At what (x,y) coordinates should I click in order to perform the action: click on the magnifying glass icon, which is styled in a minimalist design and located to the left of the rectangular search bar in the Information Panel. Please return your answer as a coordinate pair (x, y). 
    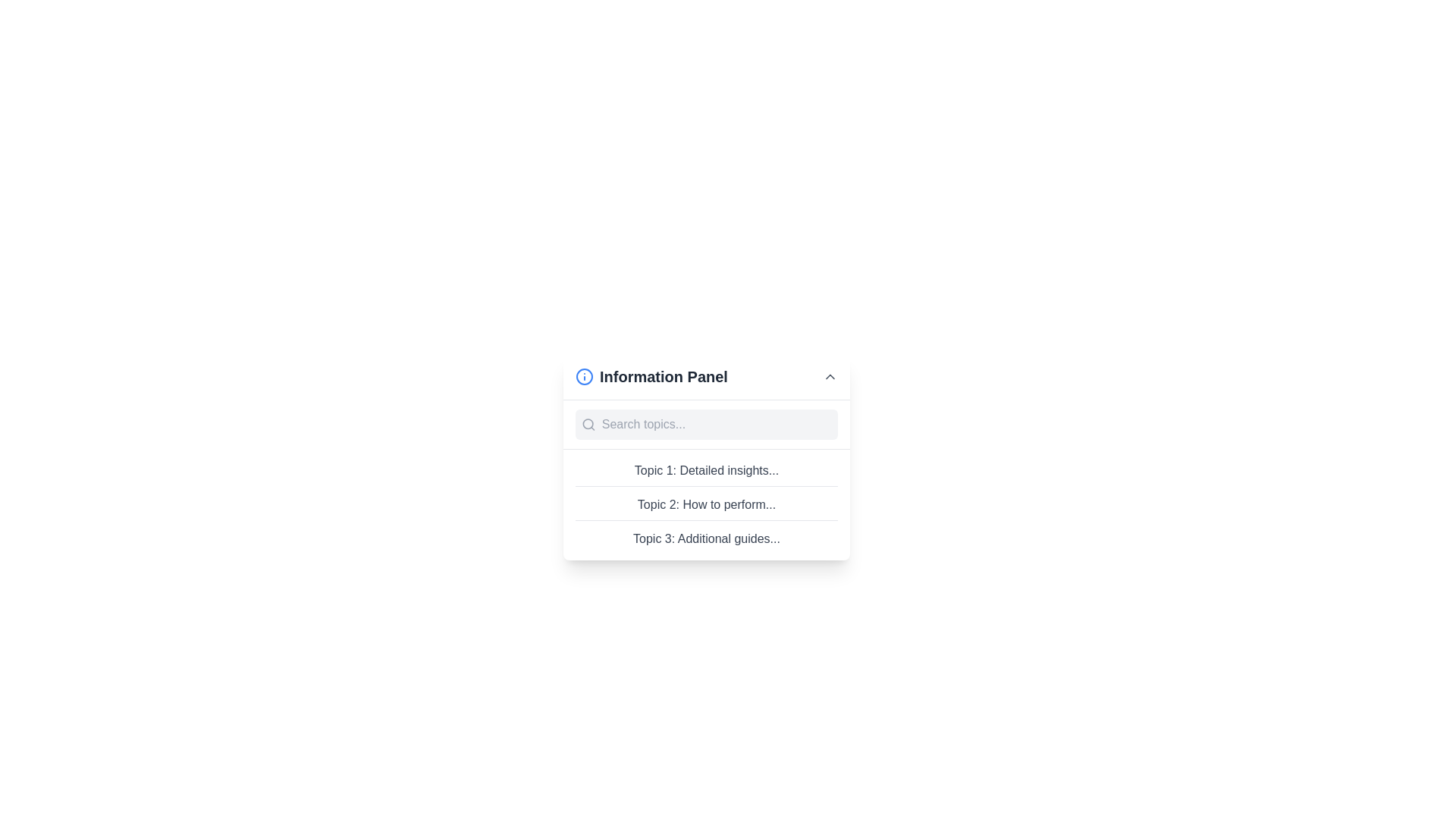
    Looking at the image, I should click on (588, 424).